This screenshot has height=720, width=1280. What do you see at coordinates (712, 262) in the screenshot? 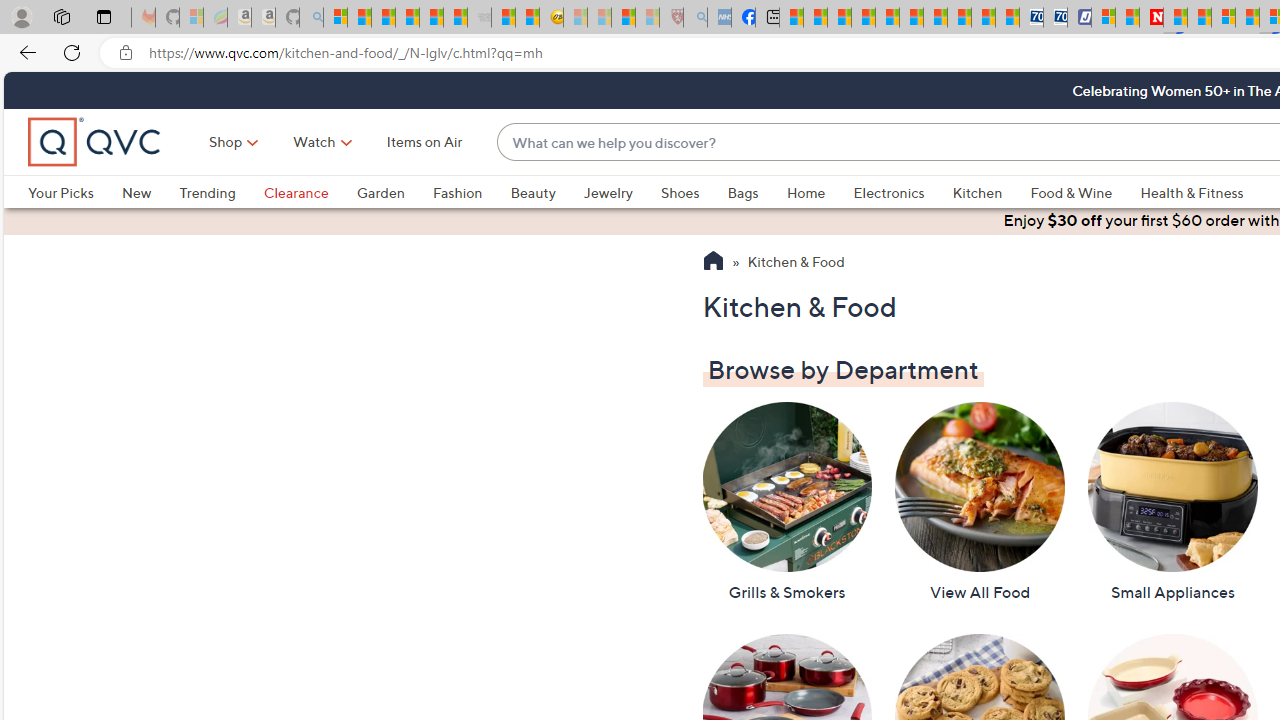
I see `'Return to QVC Homepage'` at bounding box center [712, 262].